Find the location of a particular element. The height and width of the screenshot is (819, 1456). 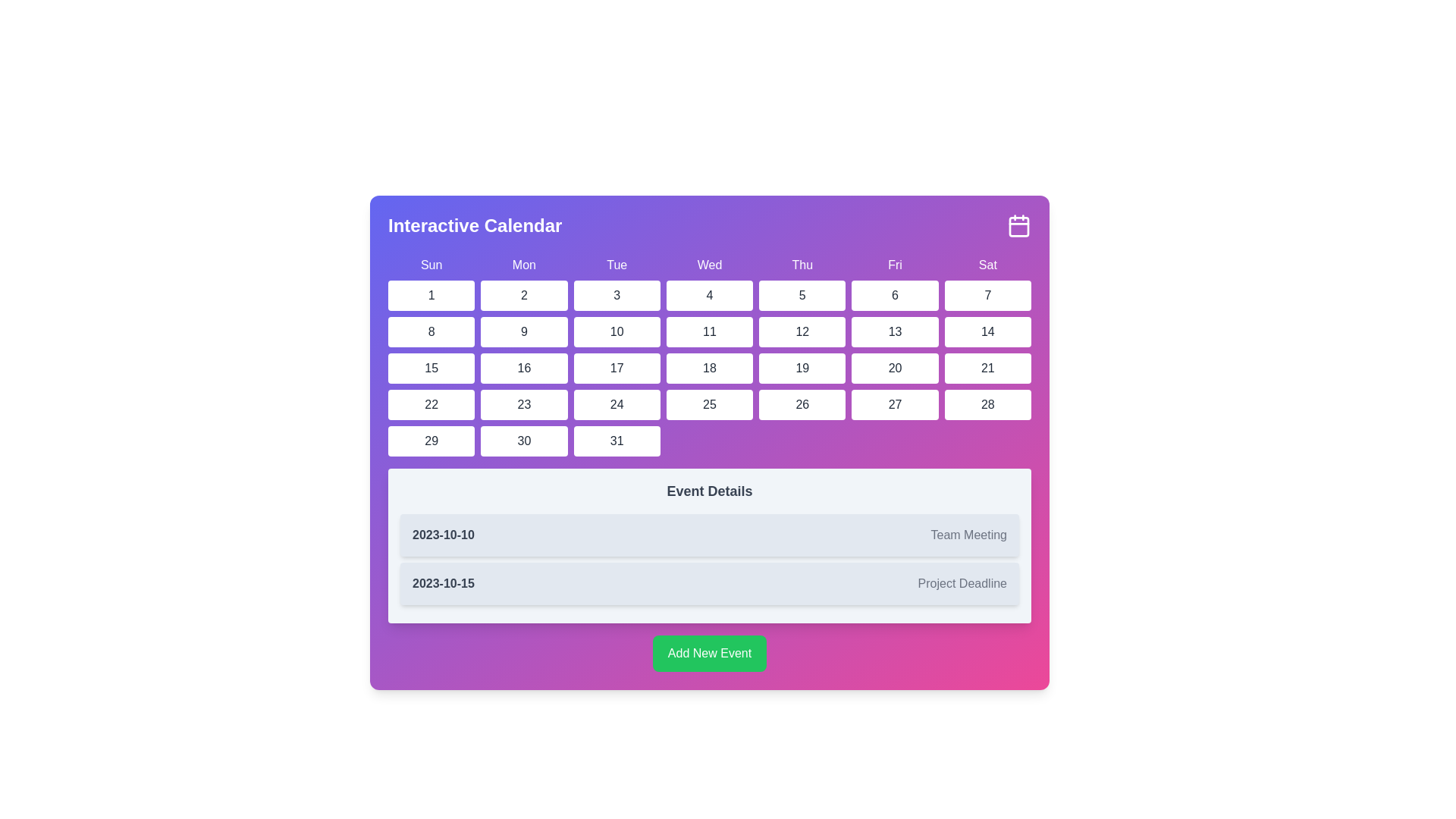

the static text label for Tuesday, which is the third header item in the calendar grid, positioned between 'Mon' and 'Wed' is located at coordinates (617, 265).